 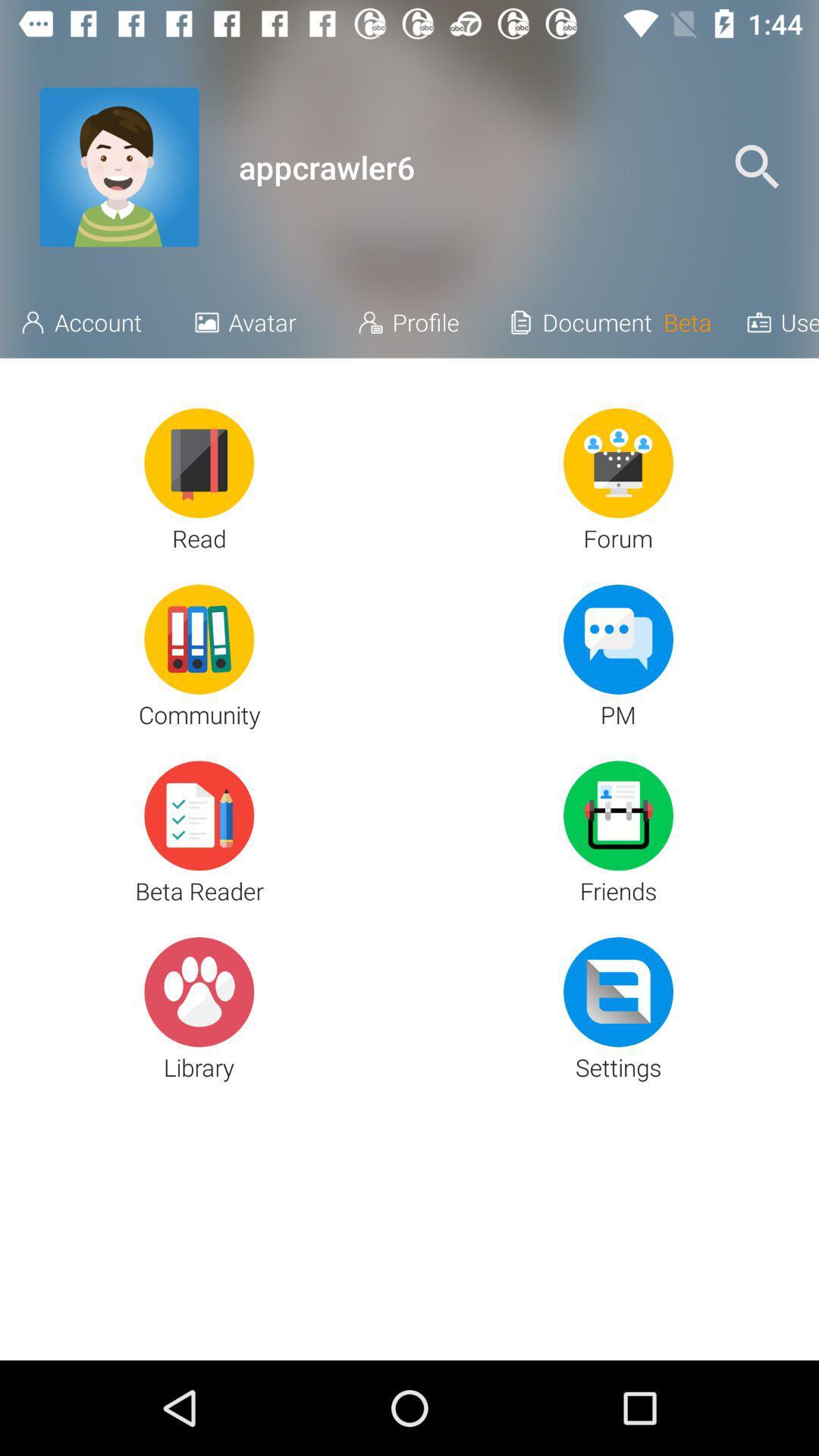 I want to click on icon to the left of appcrawler6 icon, so click(x=118, y=167).